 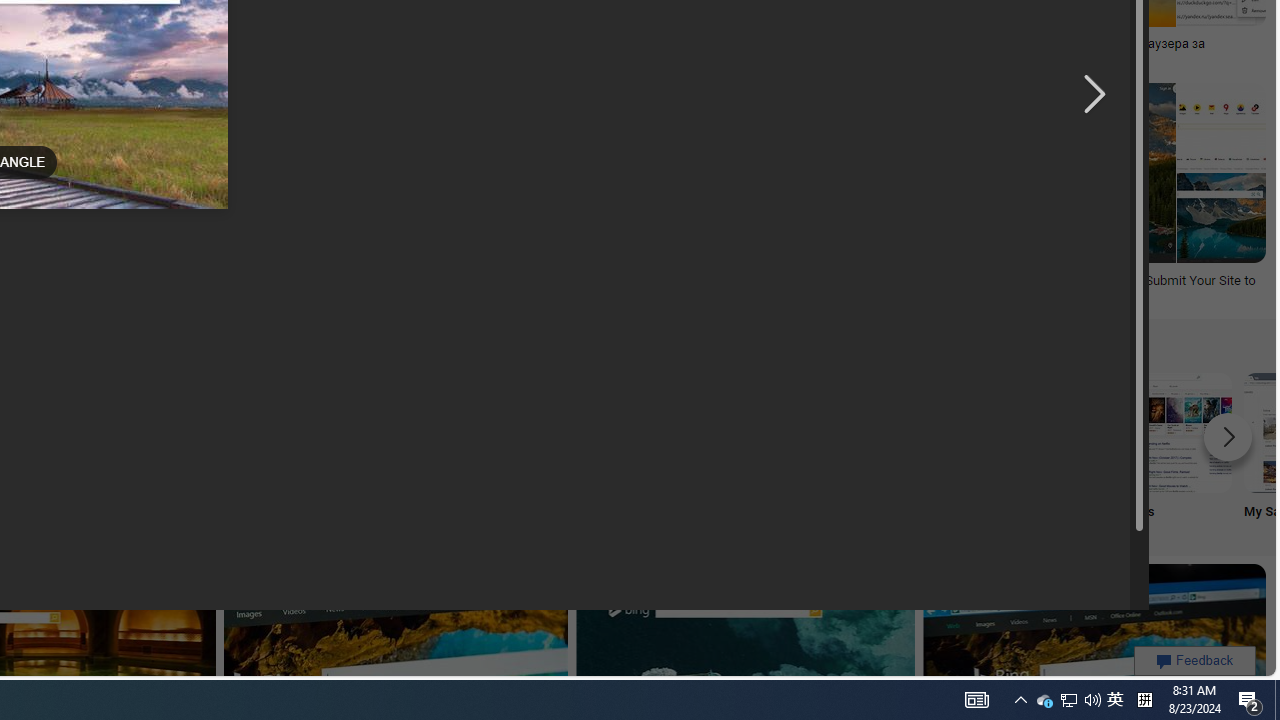 I want to click on 'New Bing Image Search', so click(x=774, y=431).